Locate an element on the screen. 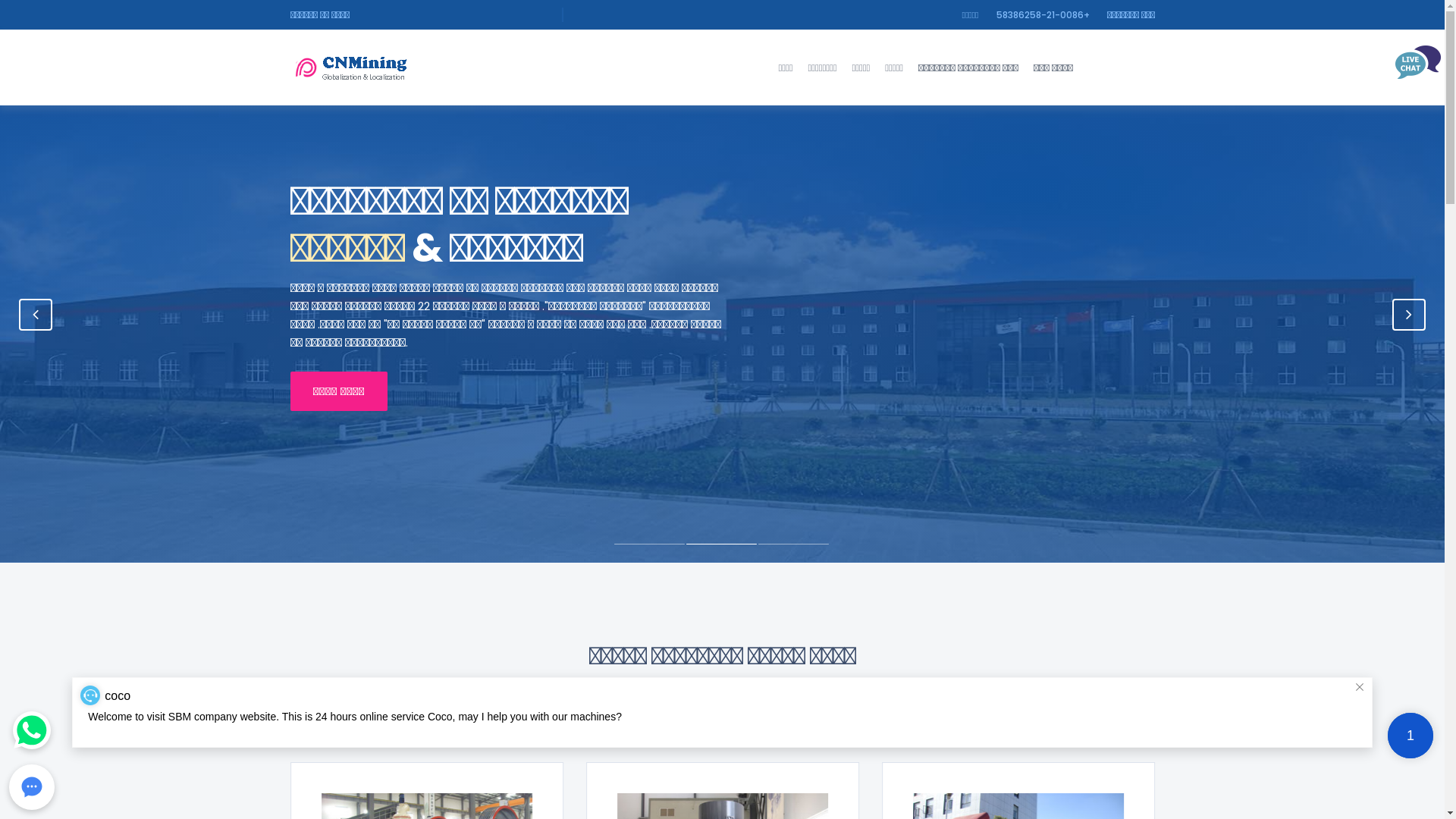 The width and height of the screenshot is (1456, 819). '+0086-21-58386258' is located at coordinates (1042, 14).